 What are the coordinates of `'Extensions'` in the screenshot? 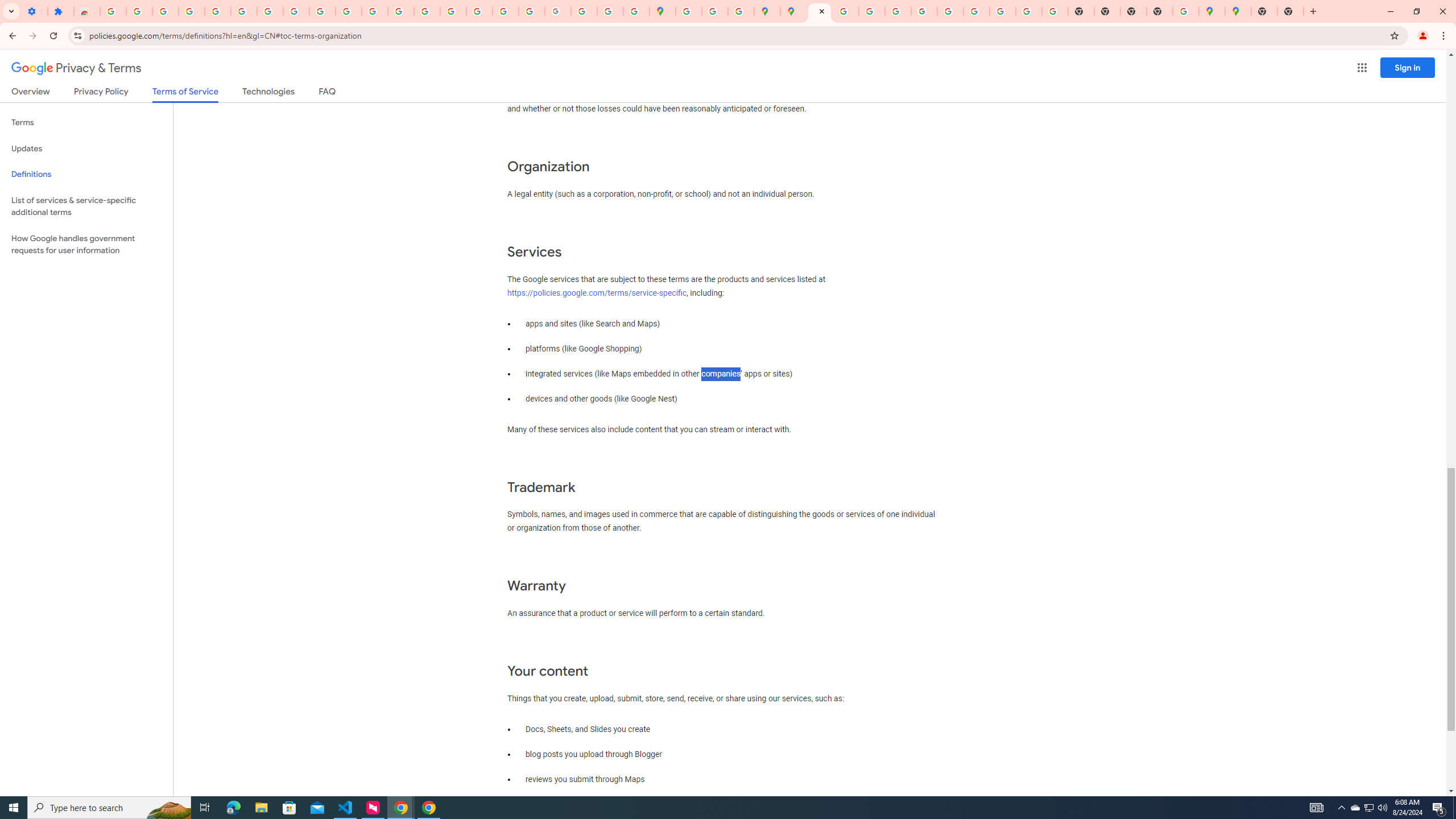 It's located at (60, 11).